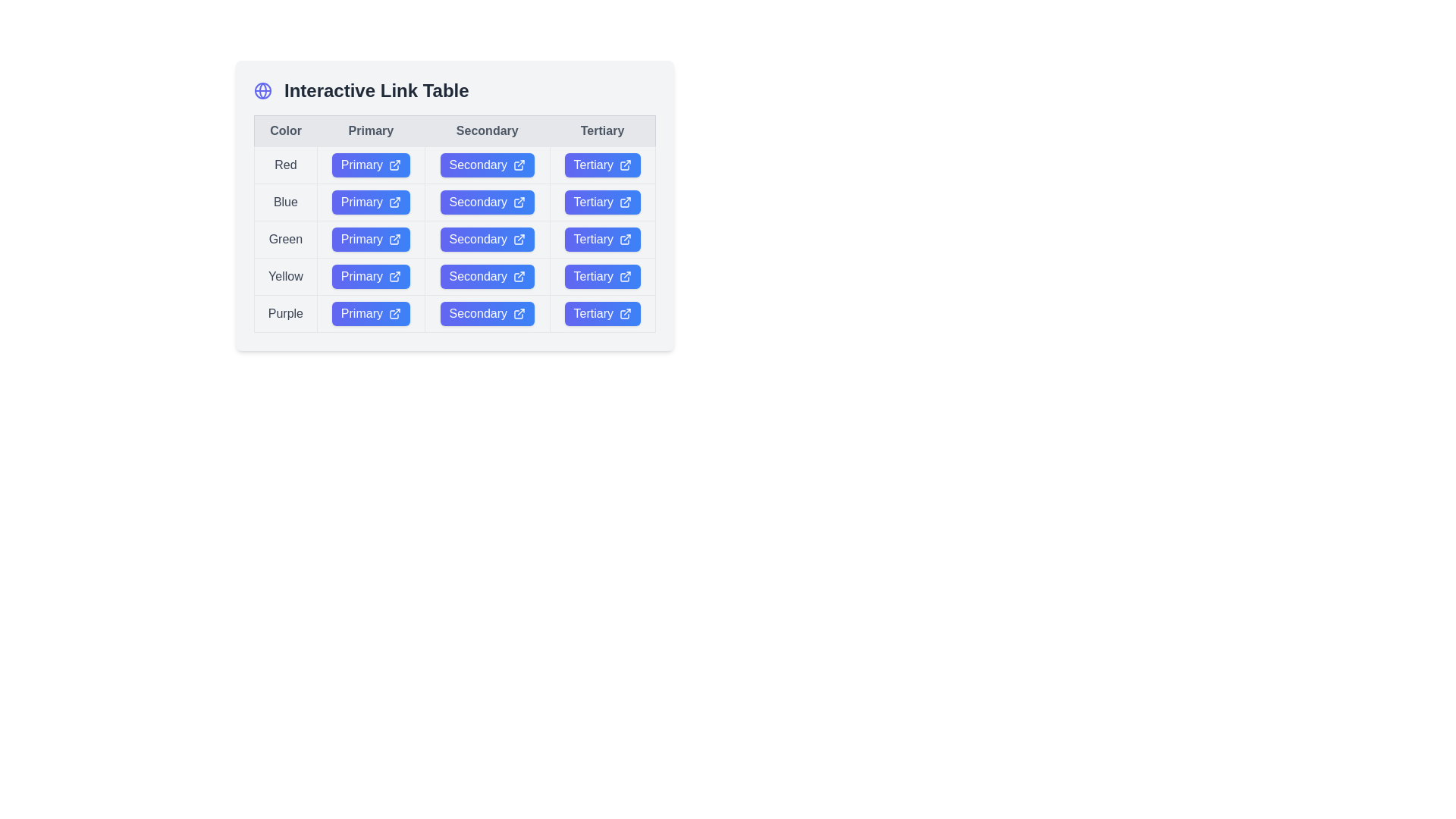  Describe the element at coordinates (601, 239) in the screenshot. I see `the blue rectangular button labeled 'Tertiary' with an external link icon, located in the last column of the table row labeled 'Green'` at that location.